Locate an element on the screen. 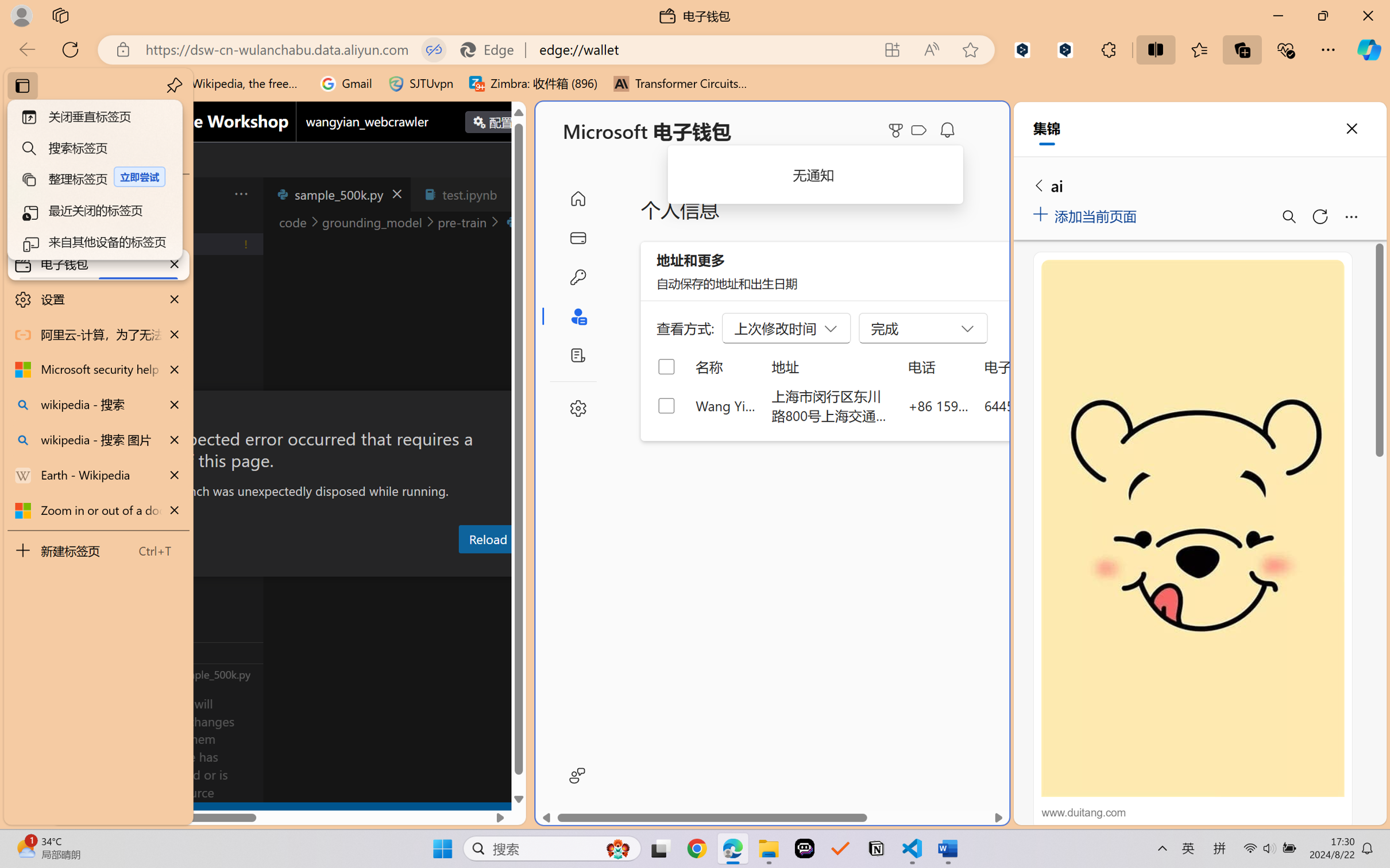 The height and width of the screenshot is (868, 1390). 'Gmail' is located at coordinates (345, 83).